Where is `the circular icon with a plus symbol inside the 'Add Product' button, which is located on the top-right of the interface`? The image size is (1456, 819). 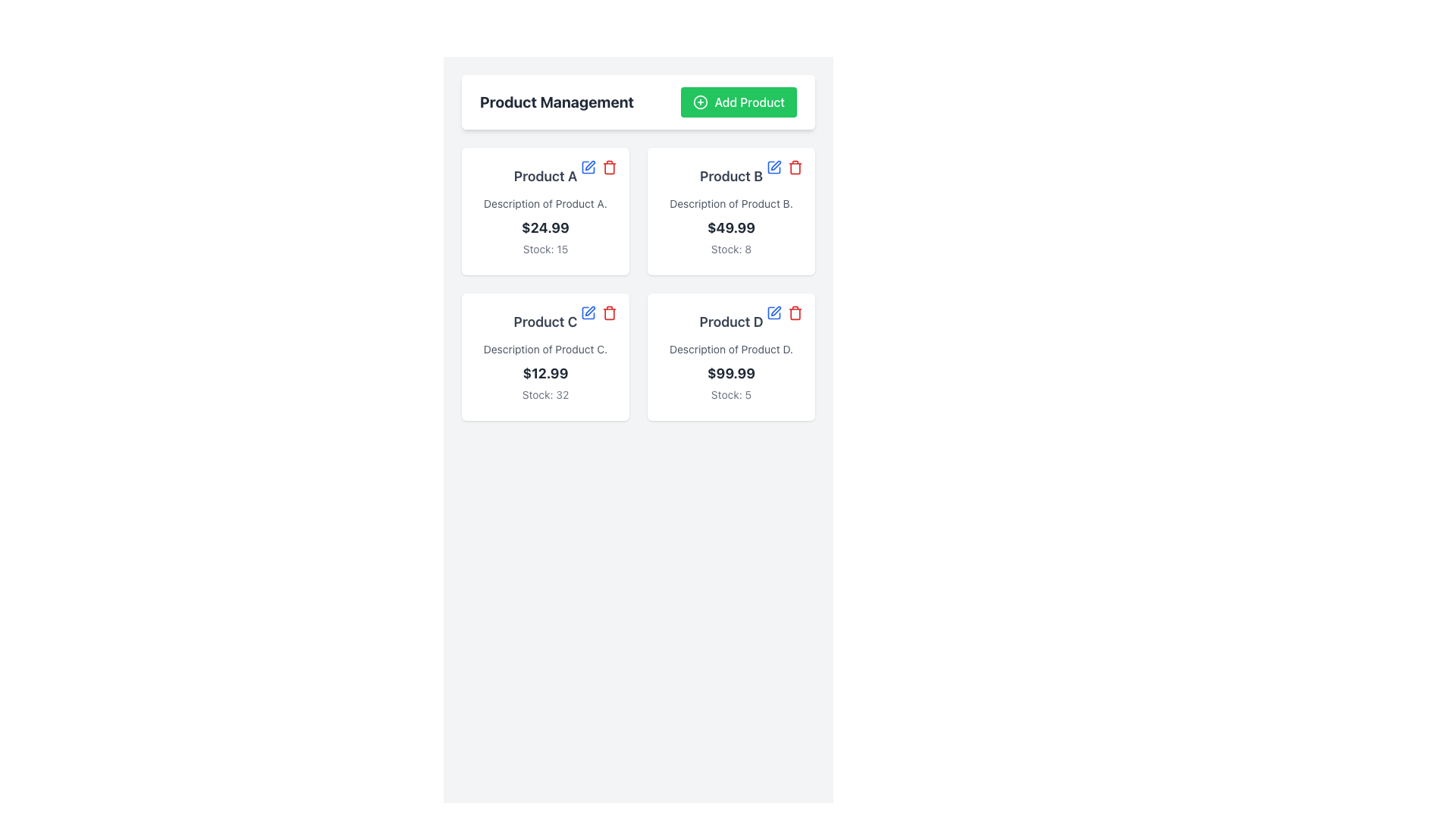
the circular icon with a plus symbol inside the 'Add Product' button, which is located on the top-right of the interface is located at coordinates (700, 102).